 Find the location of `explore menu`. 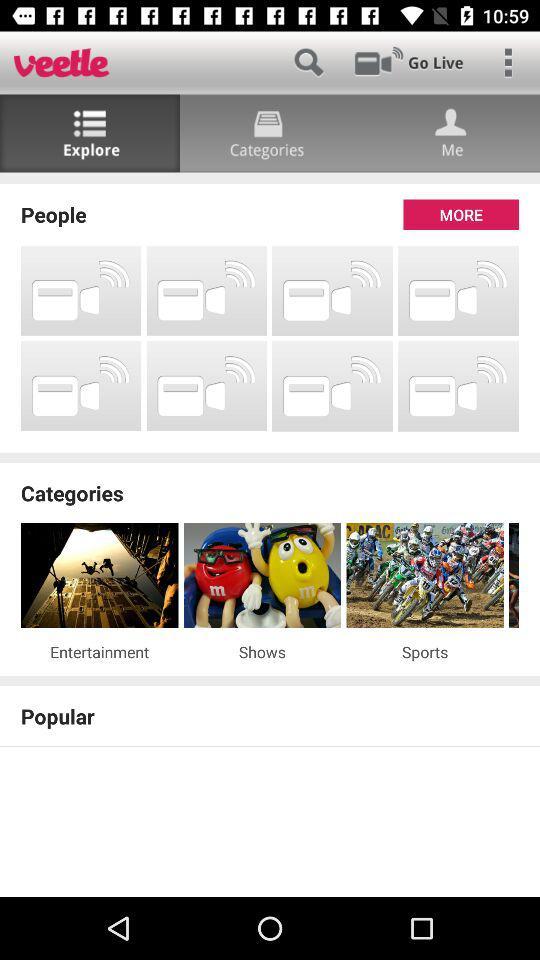

explore menu is located at coordinates (89, 132).